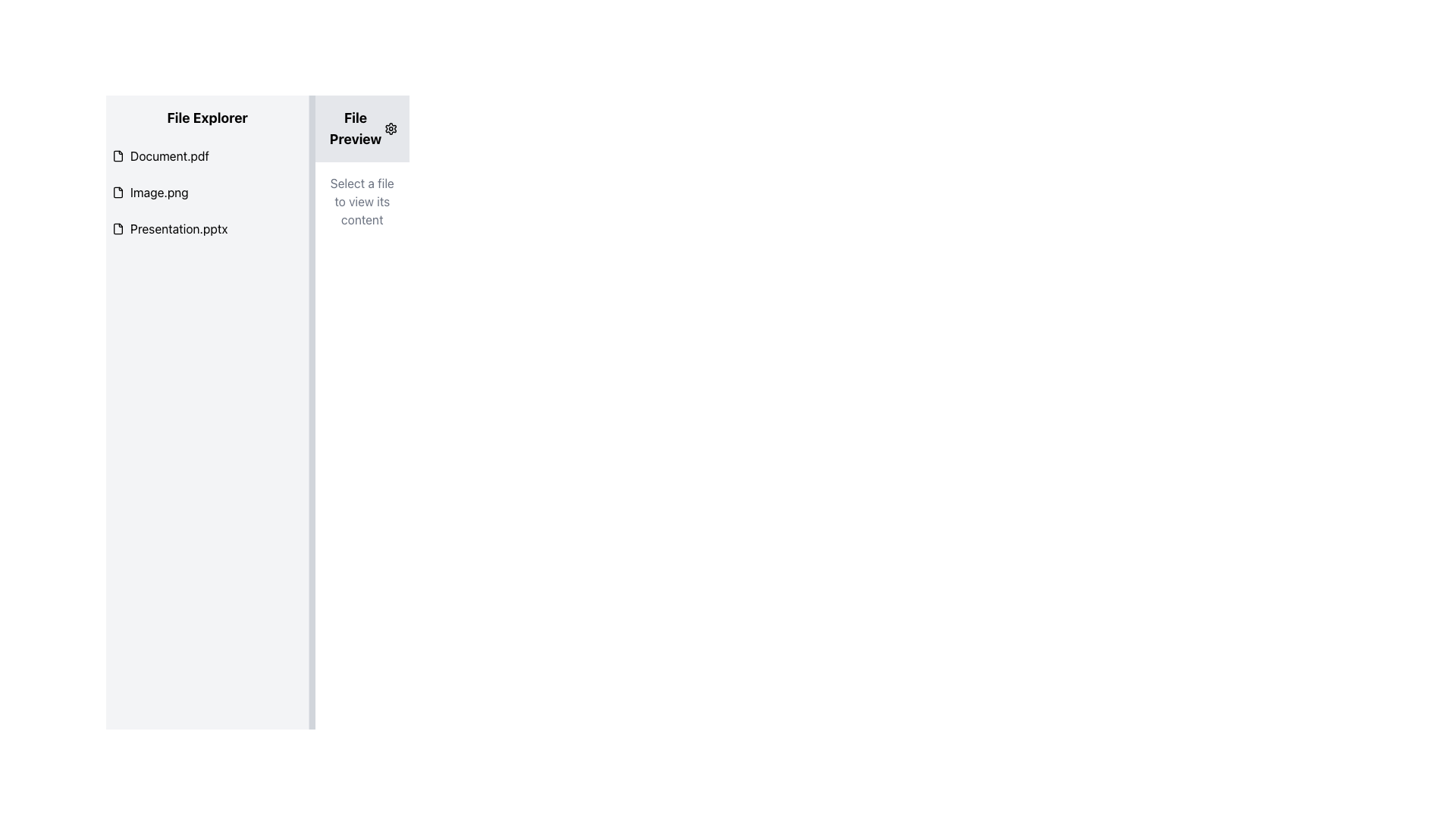 This screenshot has height=819, width=1456. Describe the element at coordinates (391, 127) in the screenshot. I see `gear-like icon indicative of settings or configuration options located near the top right corner of the interface, adjacent to the 'File Preview' header` at that location.